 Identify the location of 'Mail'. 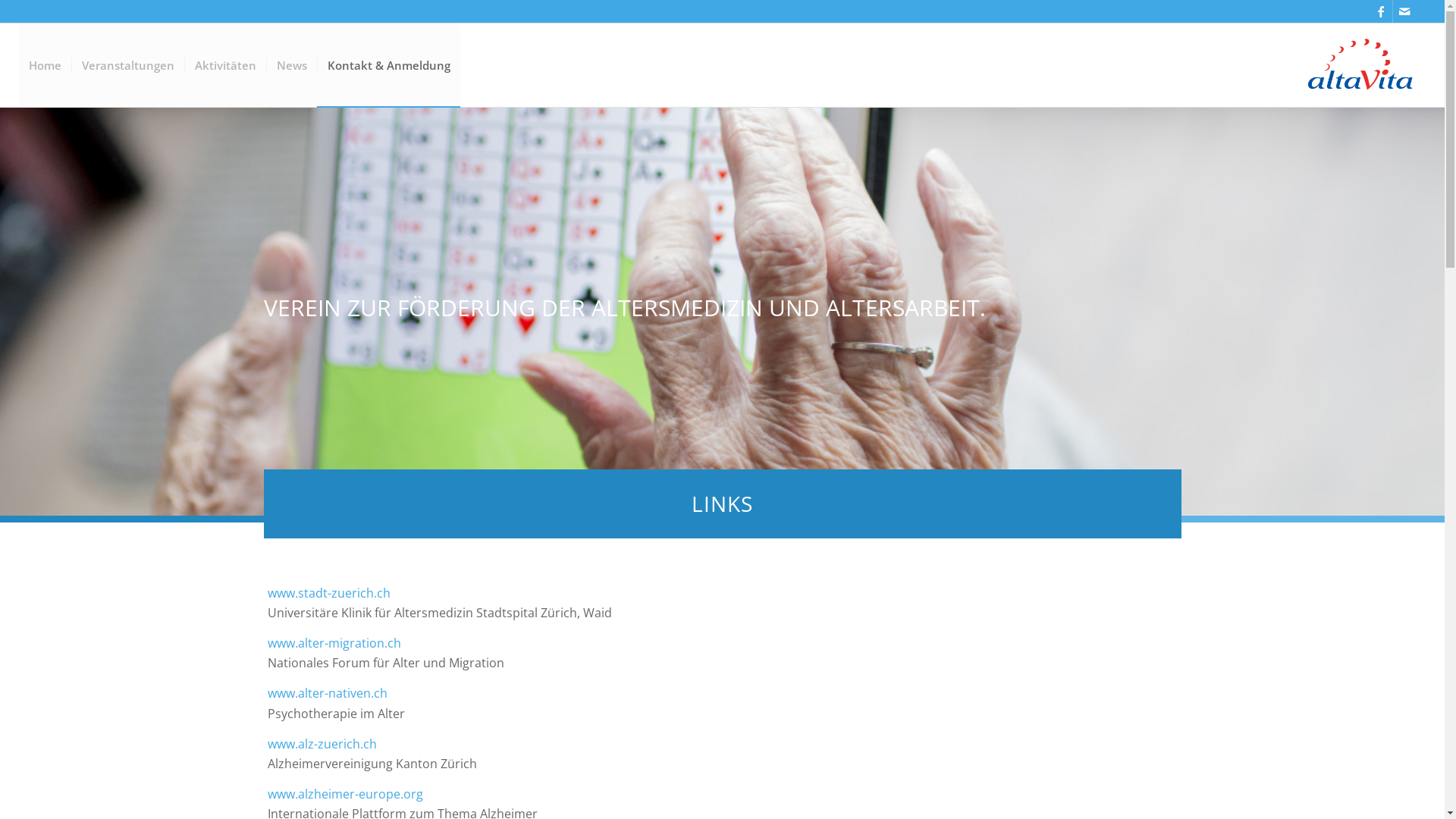
(1404, 11).